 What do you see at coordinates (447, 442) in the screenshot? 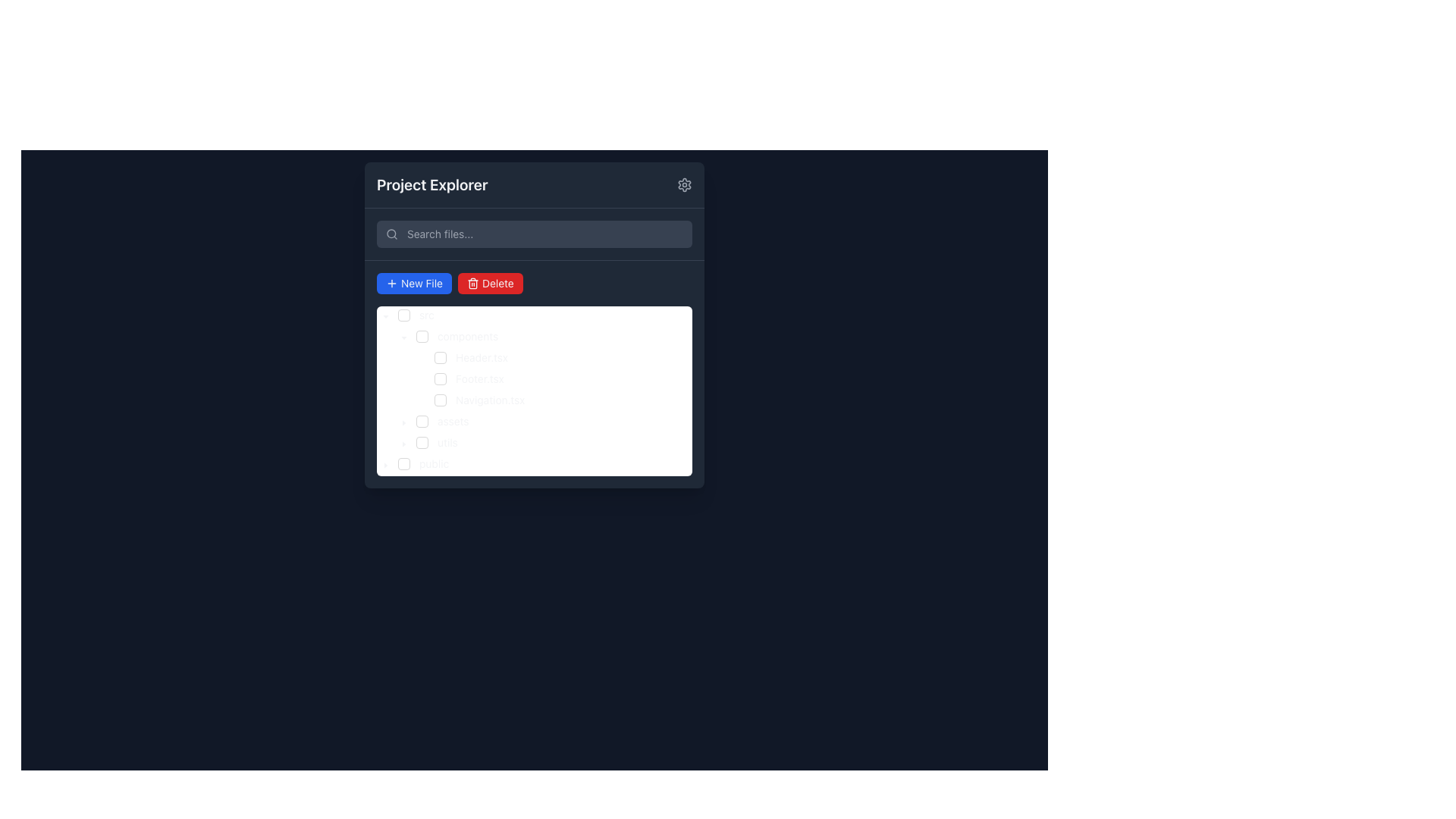
I see `the 'utils' tree node item in the Project Explorer` at bounding box center [447, 442].